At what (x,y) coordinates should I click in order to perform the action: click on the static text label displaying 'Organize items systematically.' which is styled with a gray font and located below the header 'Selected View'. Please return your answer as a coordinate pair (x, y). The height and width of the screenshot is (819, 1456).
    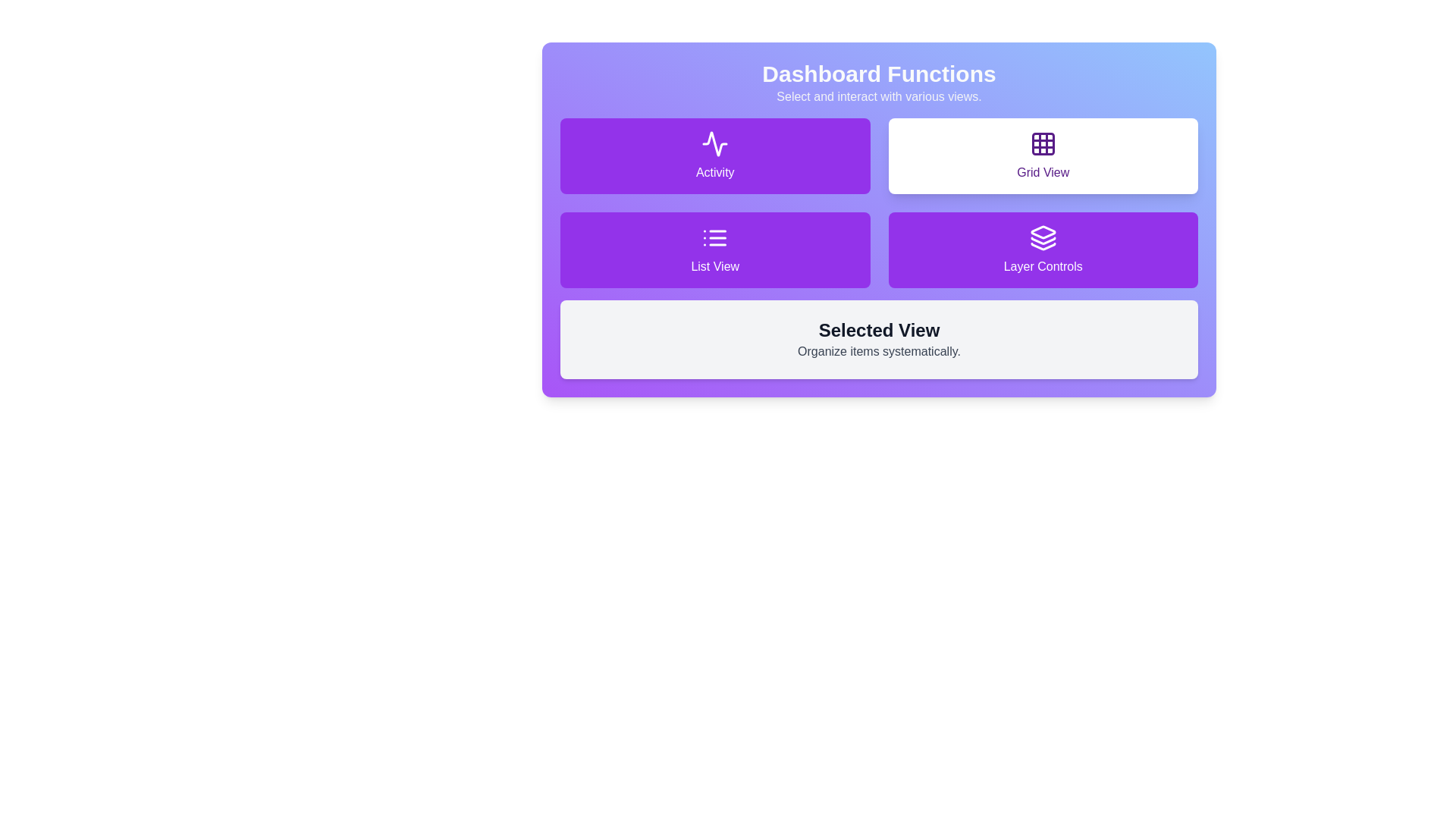
    Looking at the image, I should click on (879, 351).